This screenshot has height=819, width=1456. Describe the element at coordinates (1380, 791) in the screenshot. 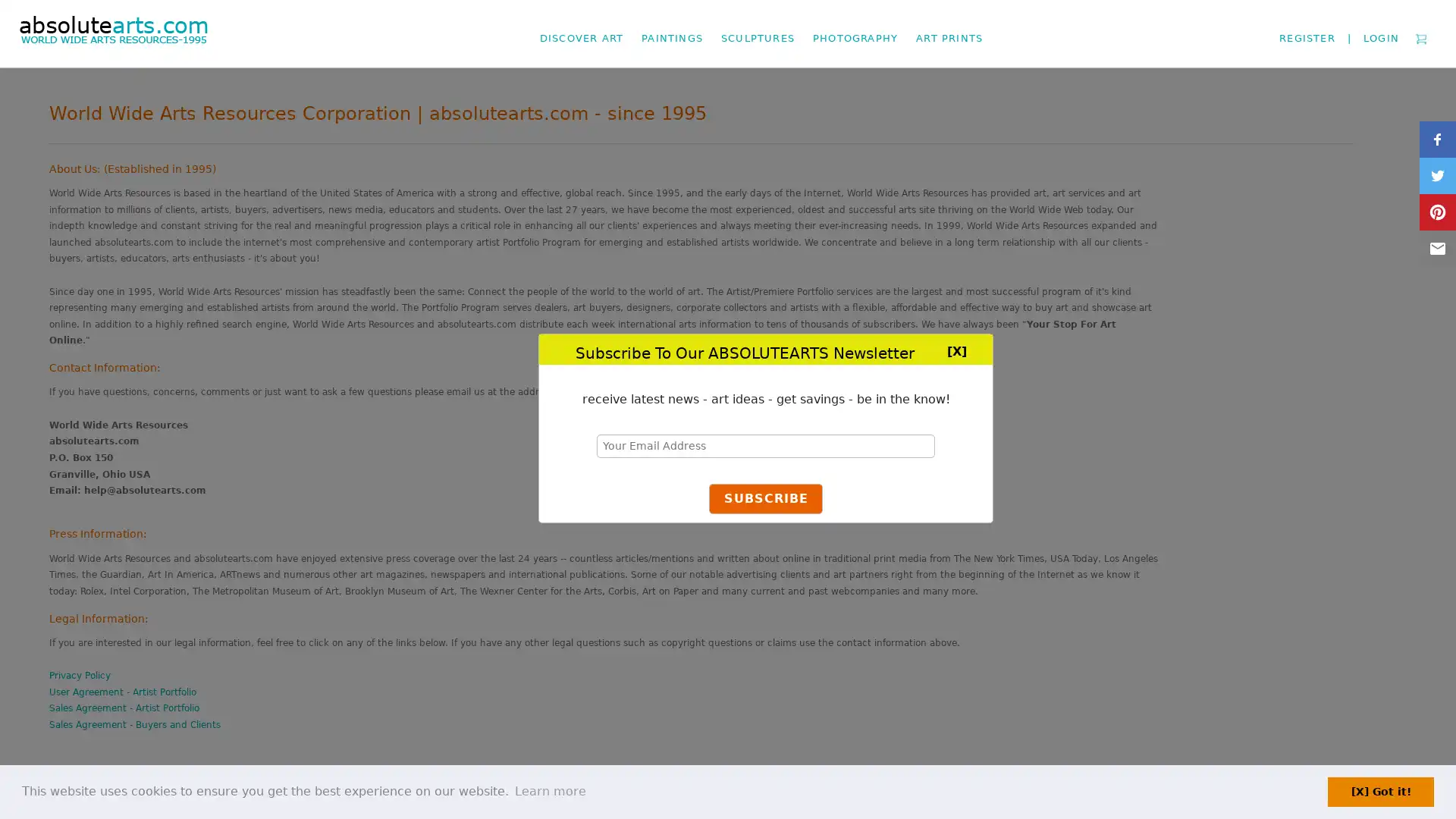

I see `dismiss cookie message` at that location.